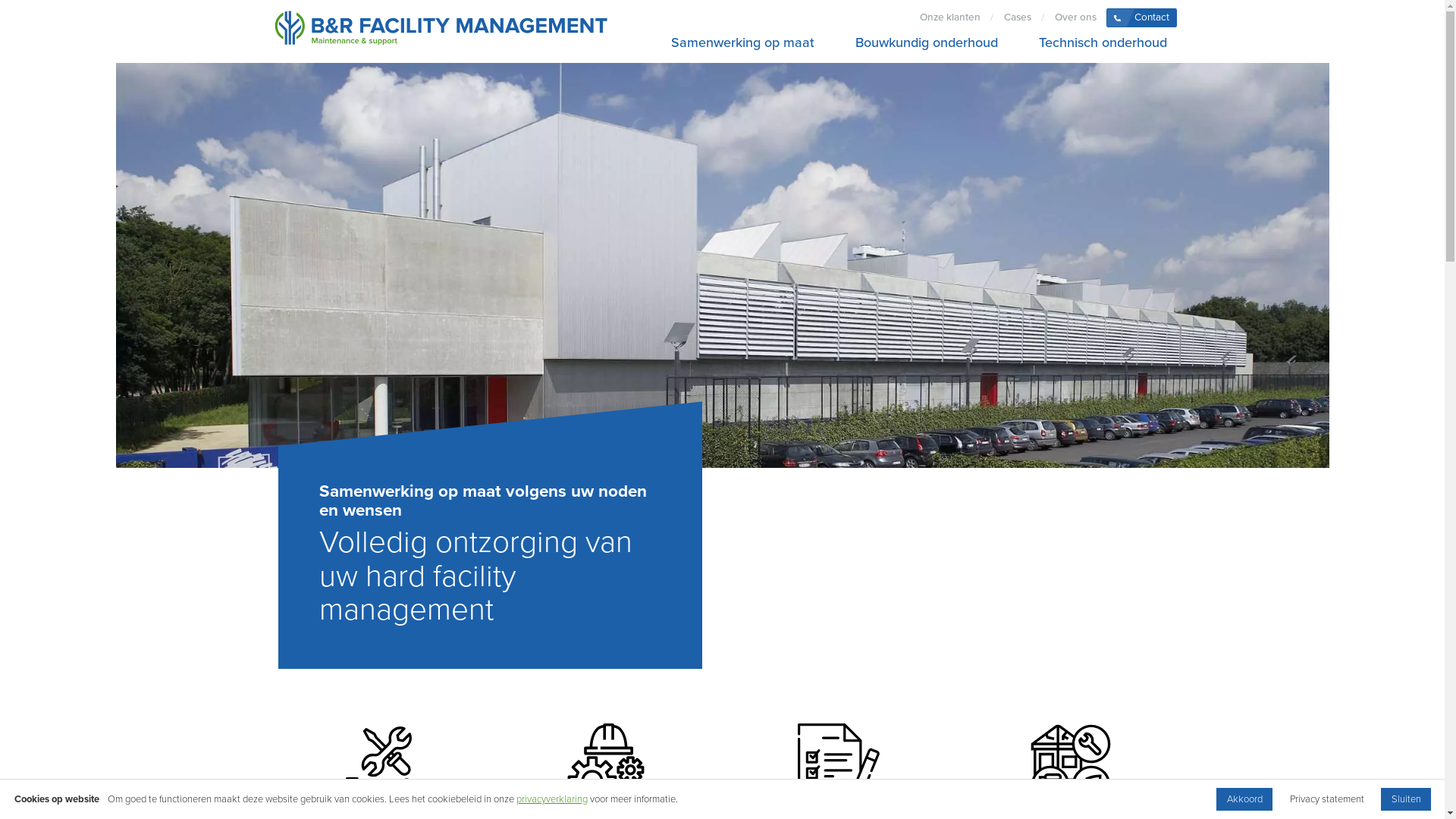 This screenshot has height=819, width=1456. Describe the element at coordinates (1017, 17) in the screenshot. I see `'Cases'` at that location.